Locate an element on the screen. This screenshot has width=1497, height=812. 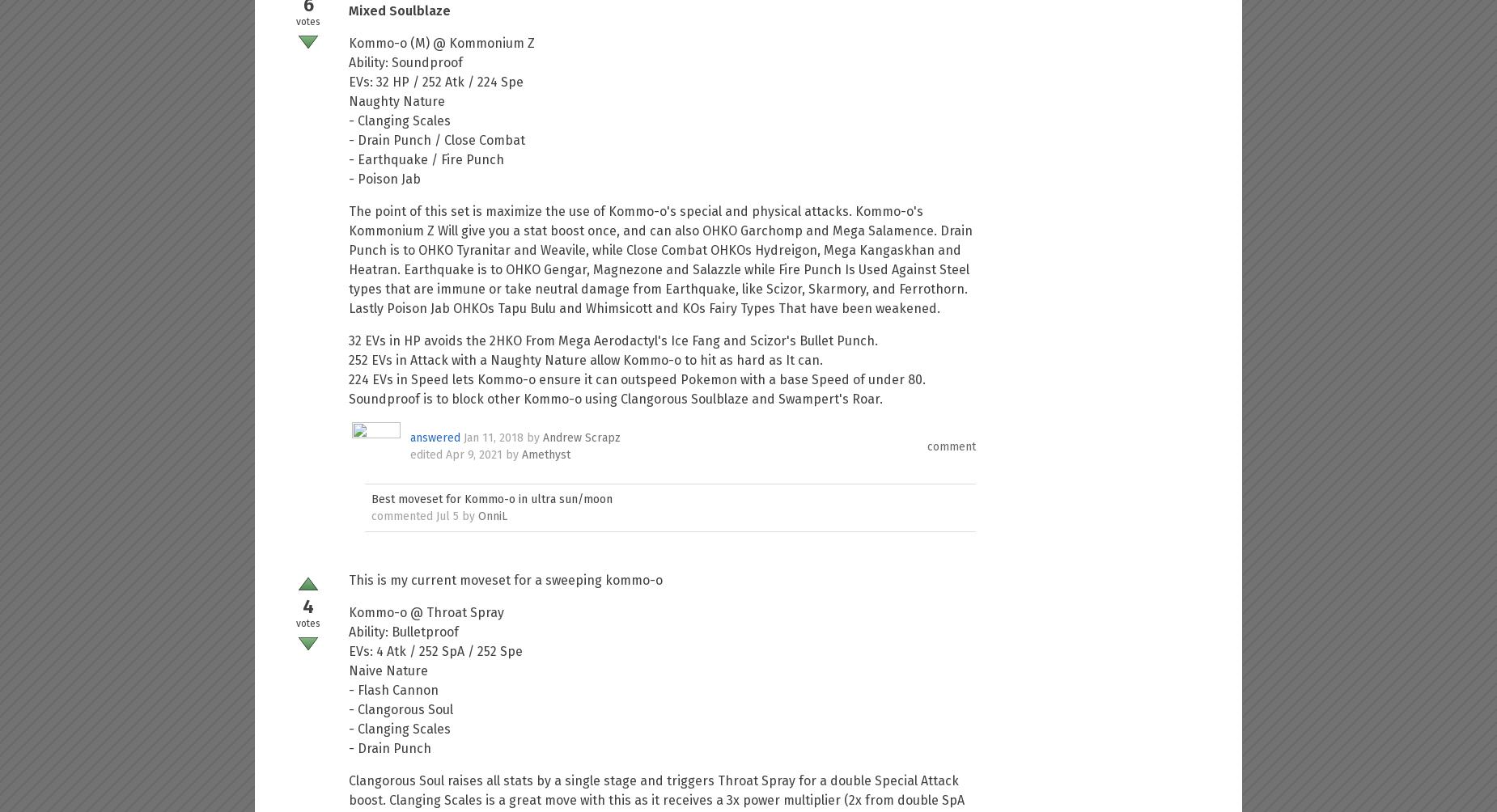
'EVs: 32 HP / 252 Atk / 224 Spe' is located at coordinates (348, 82).